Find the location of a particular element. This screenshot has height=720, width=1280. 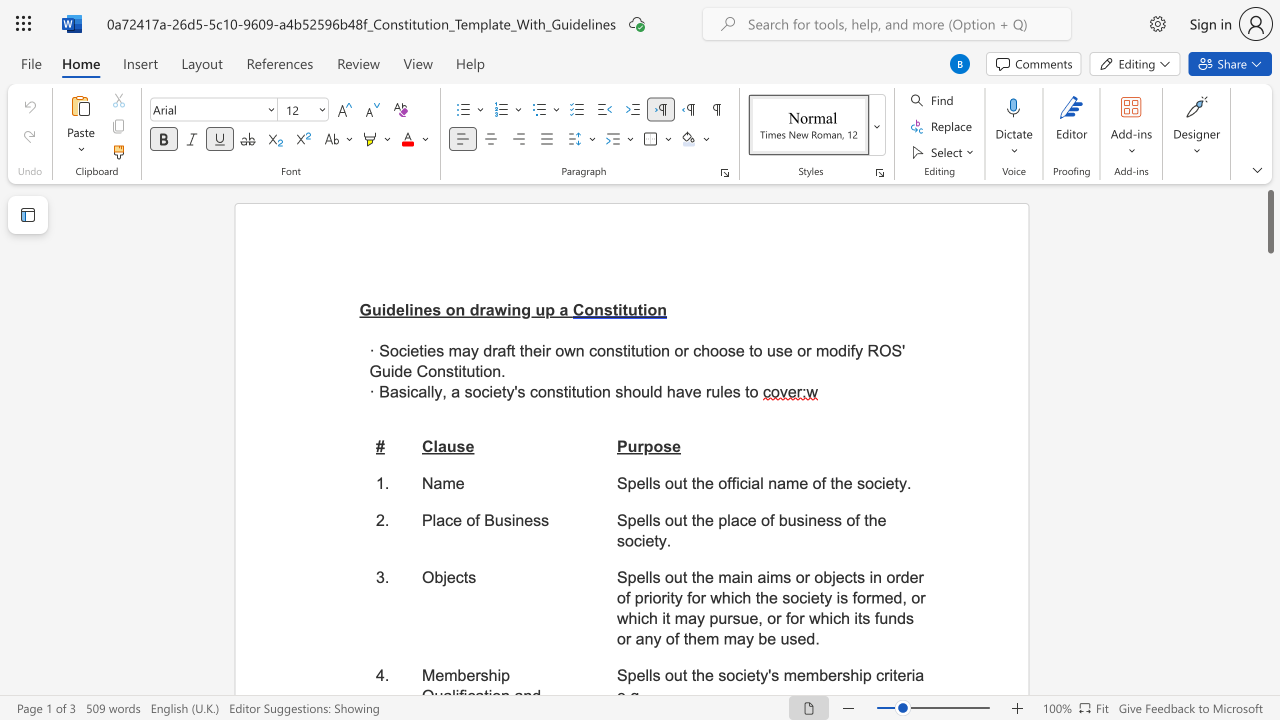

the 2th character "d" in the text is located at coordinates (473, 310).